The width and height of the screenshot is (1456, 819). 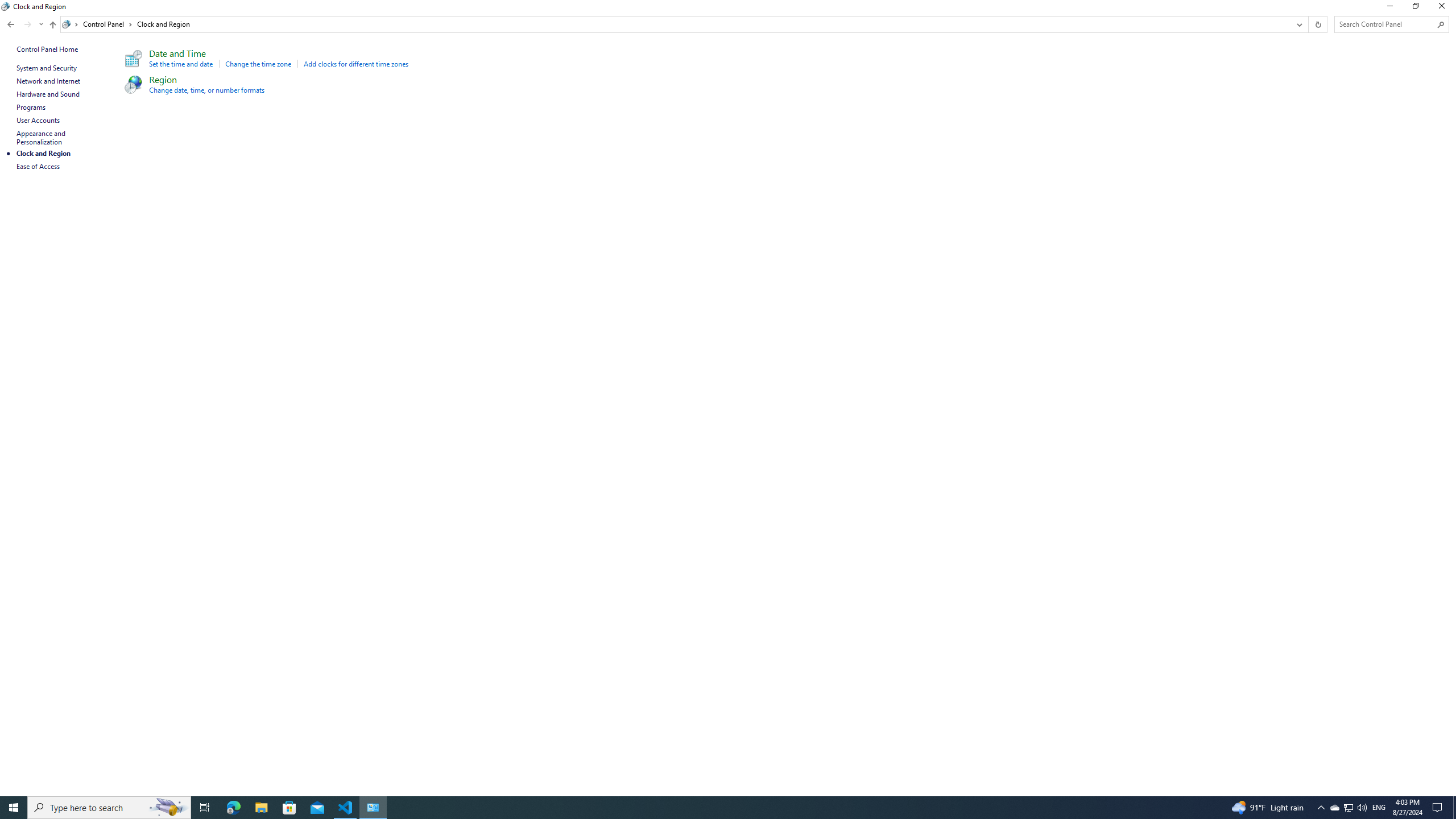 I want to click on 'Network and Internet', so click(x=48, y=80).